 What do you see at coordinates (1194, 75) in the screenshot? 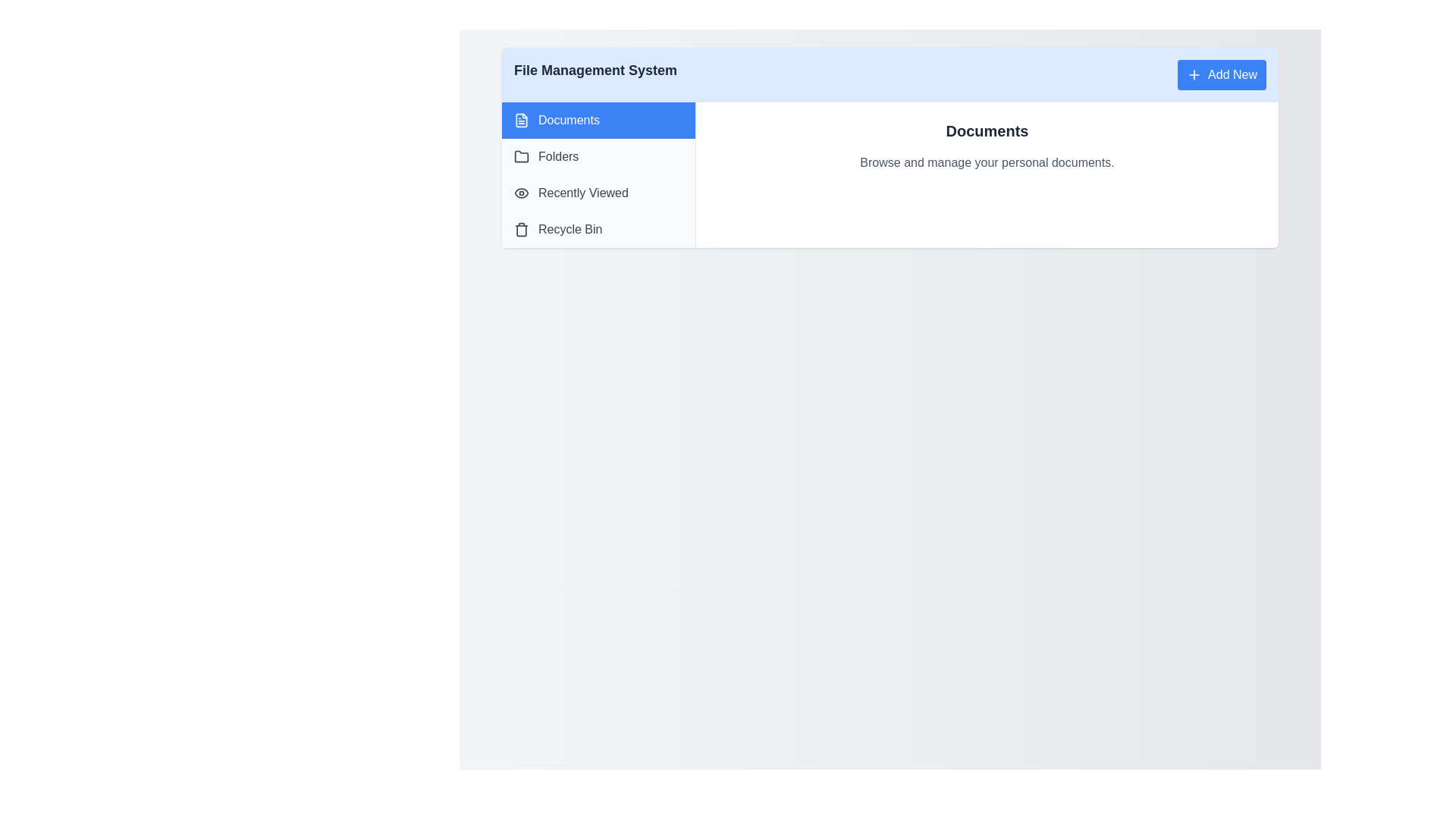
I see `the icon that represents the action of adding or creating a new entry, located in the top-right corner of the interface, leftmost in its button group` at bounding box center [1194, 75].